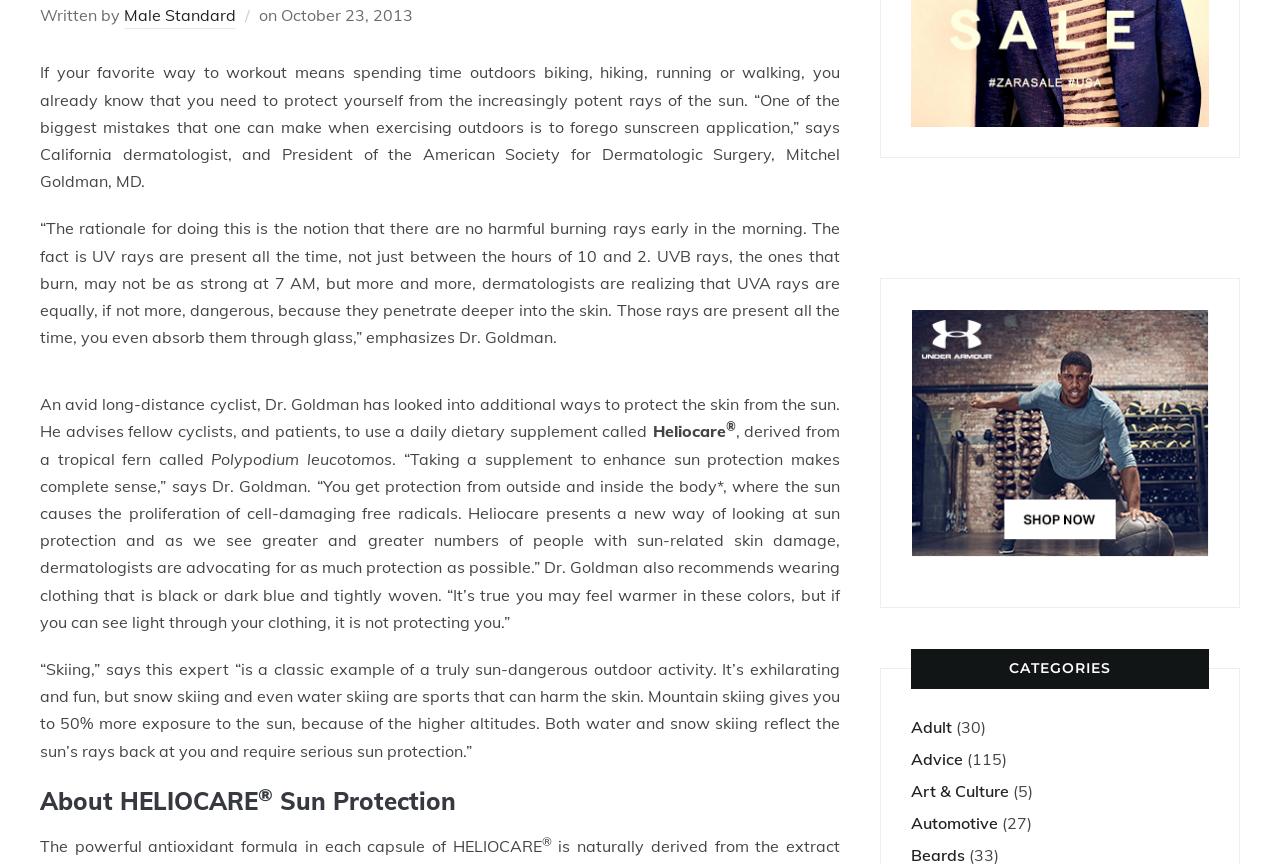  What do you see at coordinates (439, 416) in the screenshot?
I see `'An avid long-distance cyclist, Dr. Goldman has looked into additional ways to protect the skin from the sun. He advises fellow cyclists, and patients, to use a daily dietary supplement called'` at bounding box center [439, 416].